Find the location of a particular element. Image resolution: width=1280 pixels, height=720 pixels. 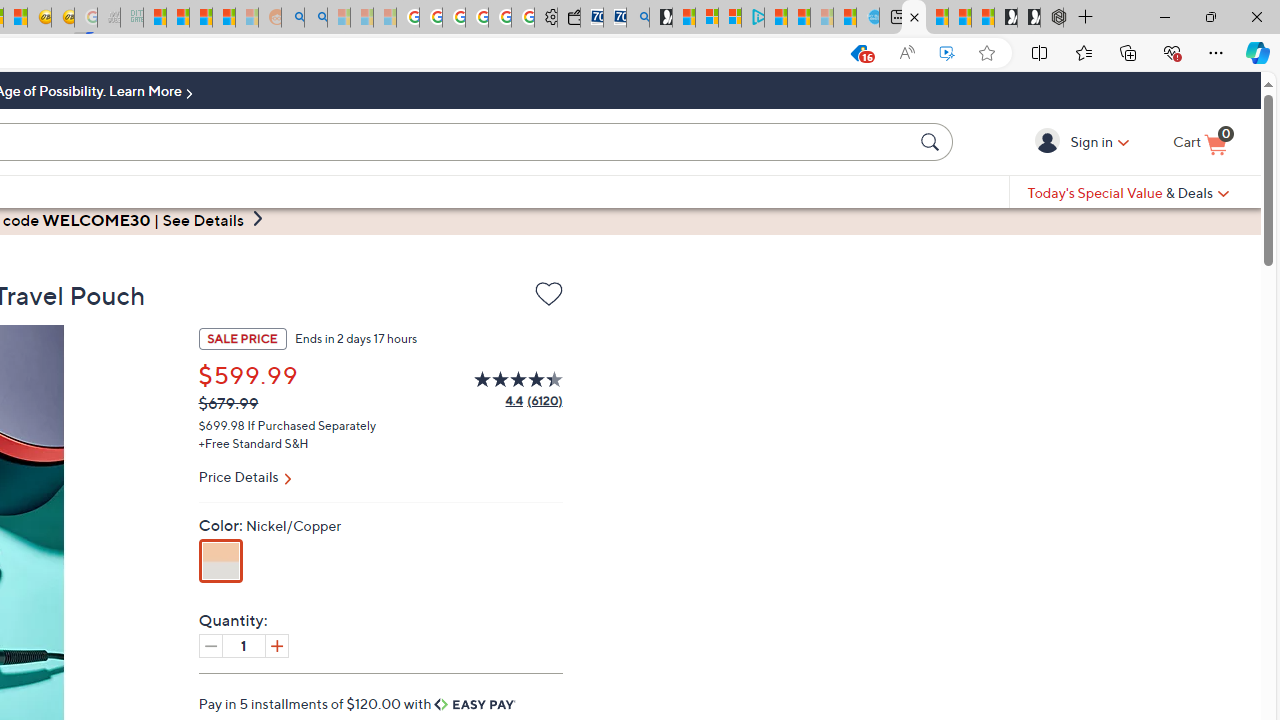

'Sign in' is located at coordinates (1049, 140).